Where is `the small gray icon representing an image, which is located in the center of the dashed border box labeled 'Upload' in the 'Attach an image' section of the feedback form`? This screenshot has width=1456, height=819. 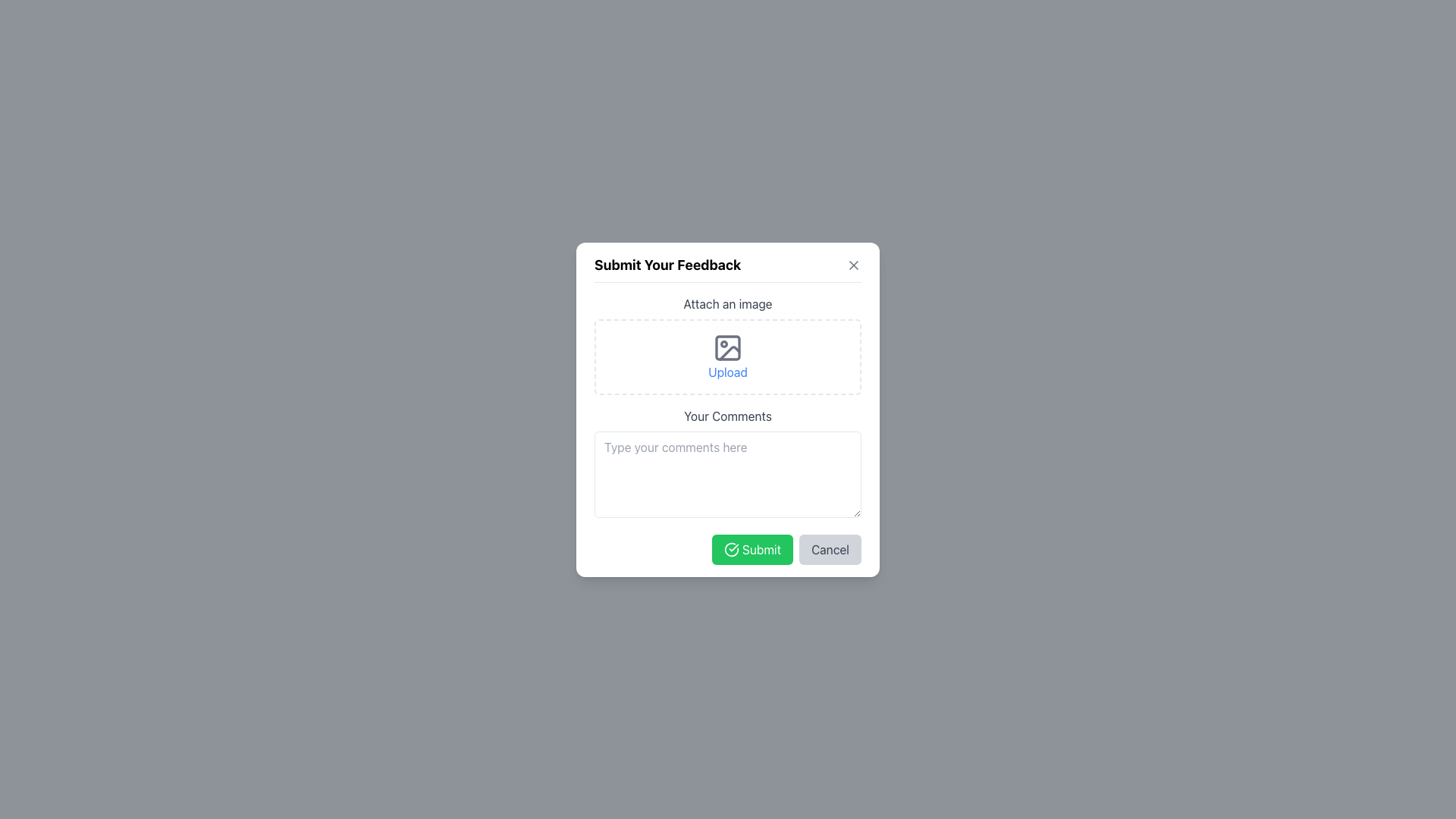 the small gray icon representing an image, which is located in the center of the dashed border box labeled 'Upload' in the 'Attach an image' section of the feedback form is located at coordinates (728, 347).